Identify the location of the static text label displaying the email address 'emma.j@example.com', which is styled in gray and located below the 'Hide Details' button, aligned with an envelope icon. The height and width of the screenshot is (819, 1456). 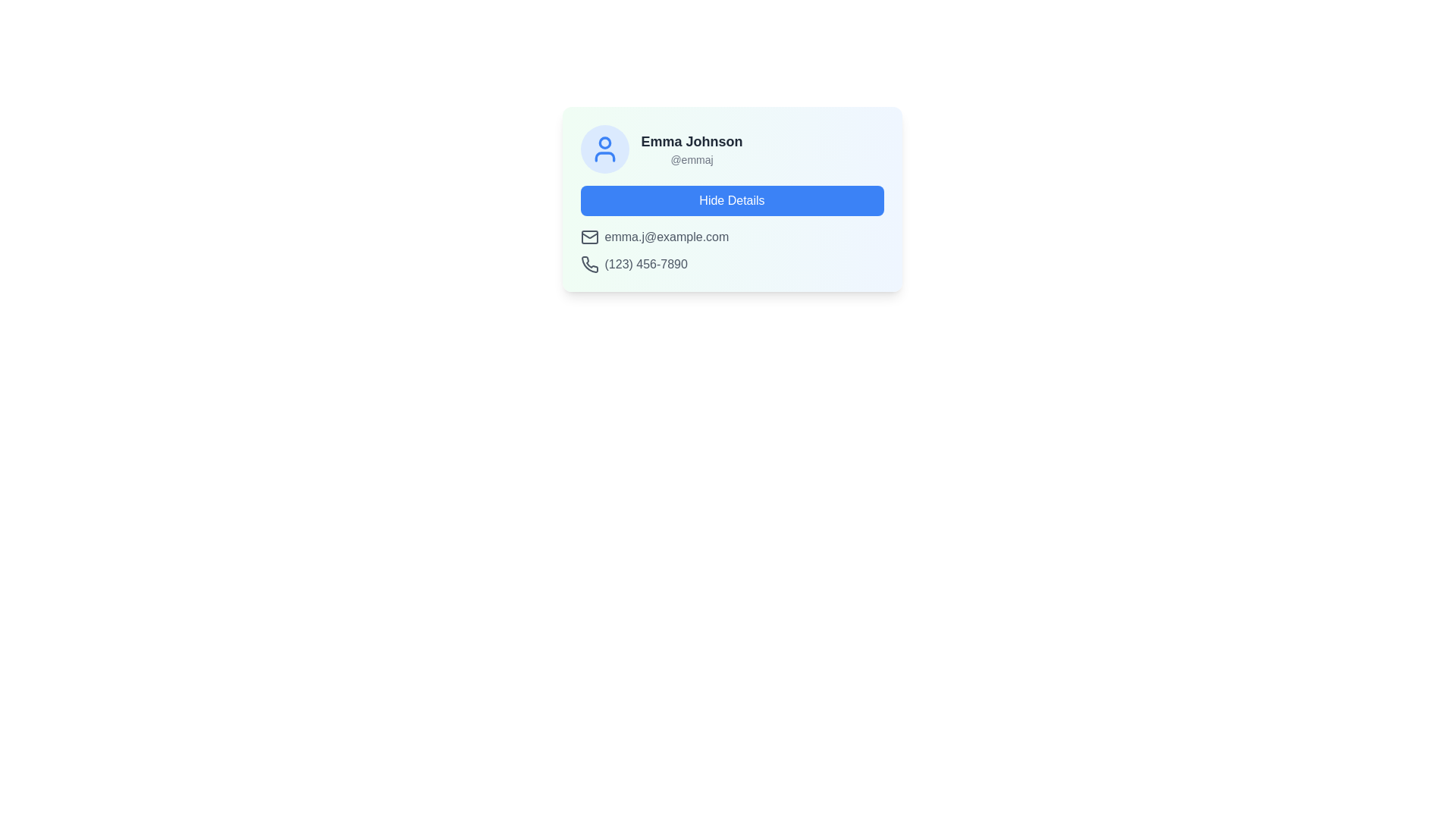
(667, 237).